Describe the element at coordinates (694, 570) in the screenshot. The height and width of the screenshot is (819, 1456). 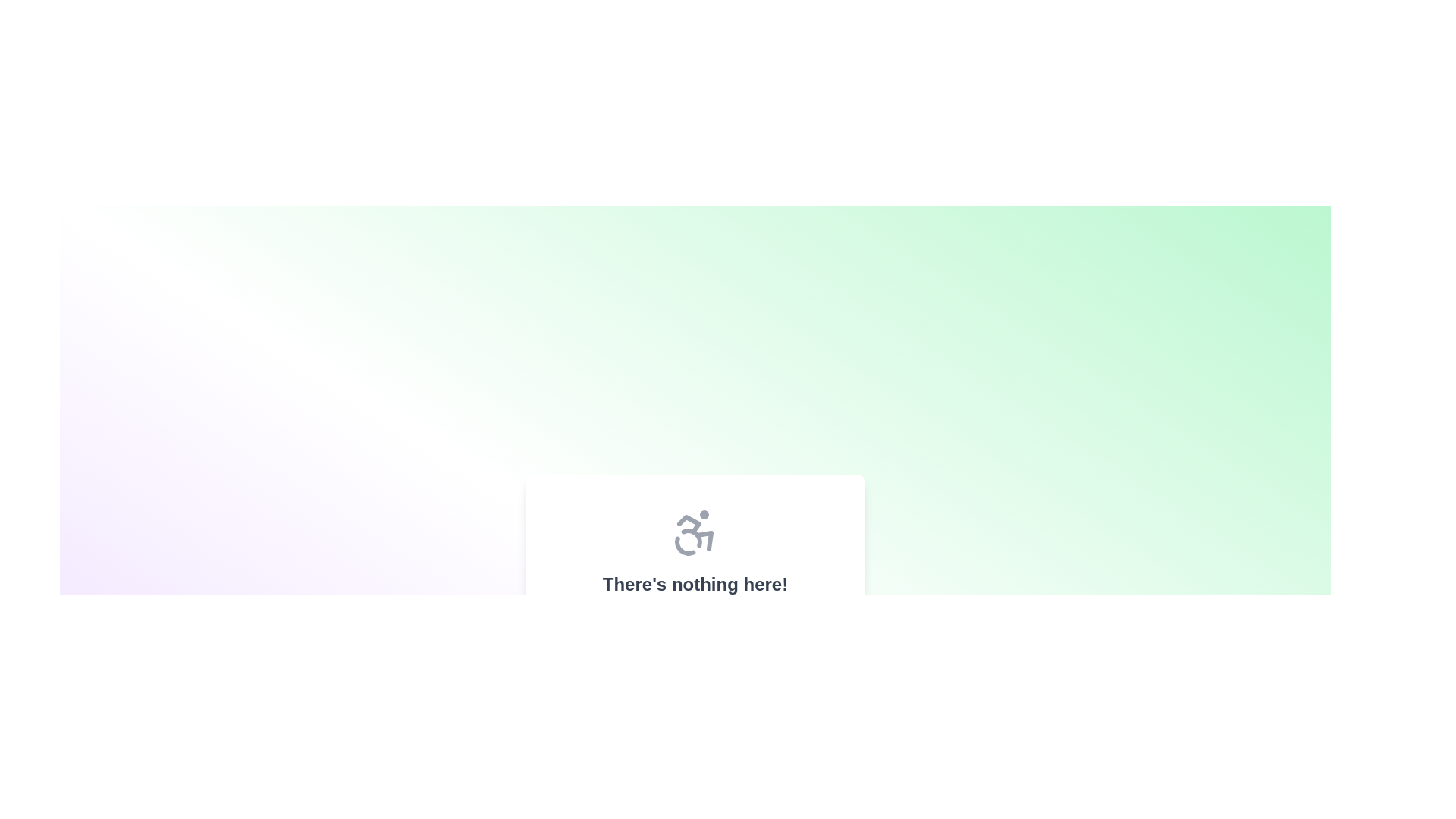
I see `the informational display that contains the bold text 'There's nothing here!' and an icon, which is centrally positioned in the top half of a white card with rounded corners` at that location.